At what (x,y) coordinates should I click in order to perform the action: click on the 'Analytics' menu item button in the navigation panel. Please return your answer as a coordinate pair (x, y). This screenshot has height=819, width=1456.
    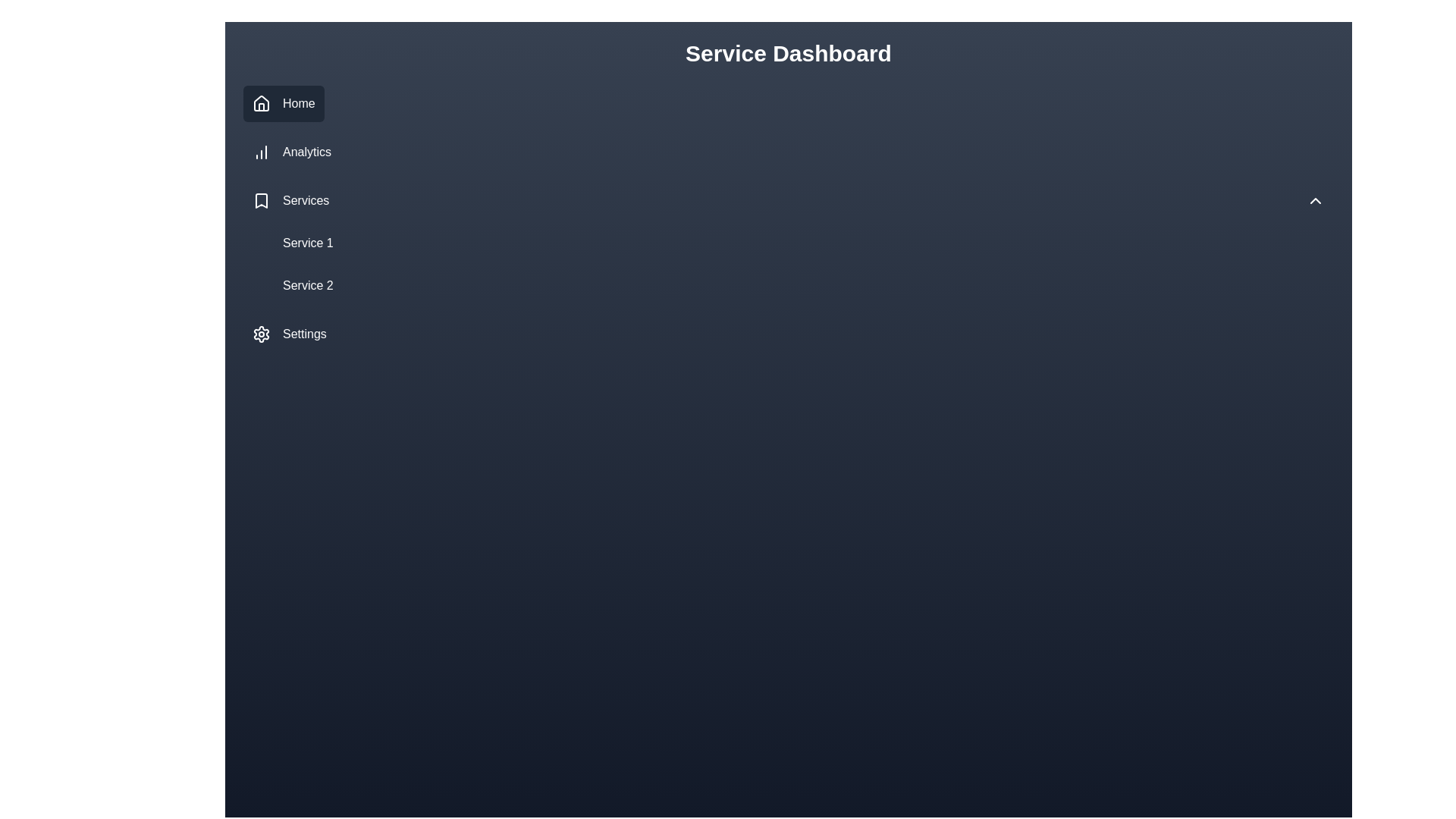
    Looking at the image, I should click on (291, 152).